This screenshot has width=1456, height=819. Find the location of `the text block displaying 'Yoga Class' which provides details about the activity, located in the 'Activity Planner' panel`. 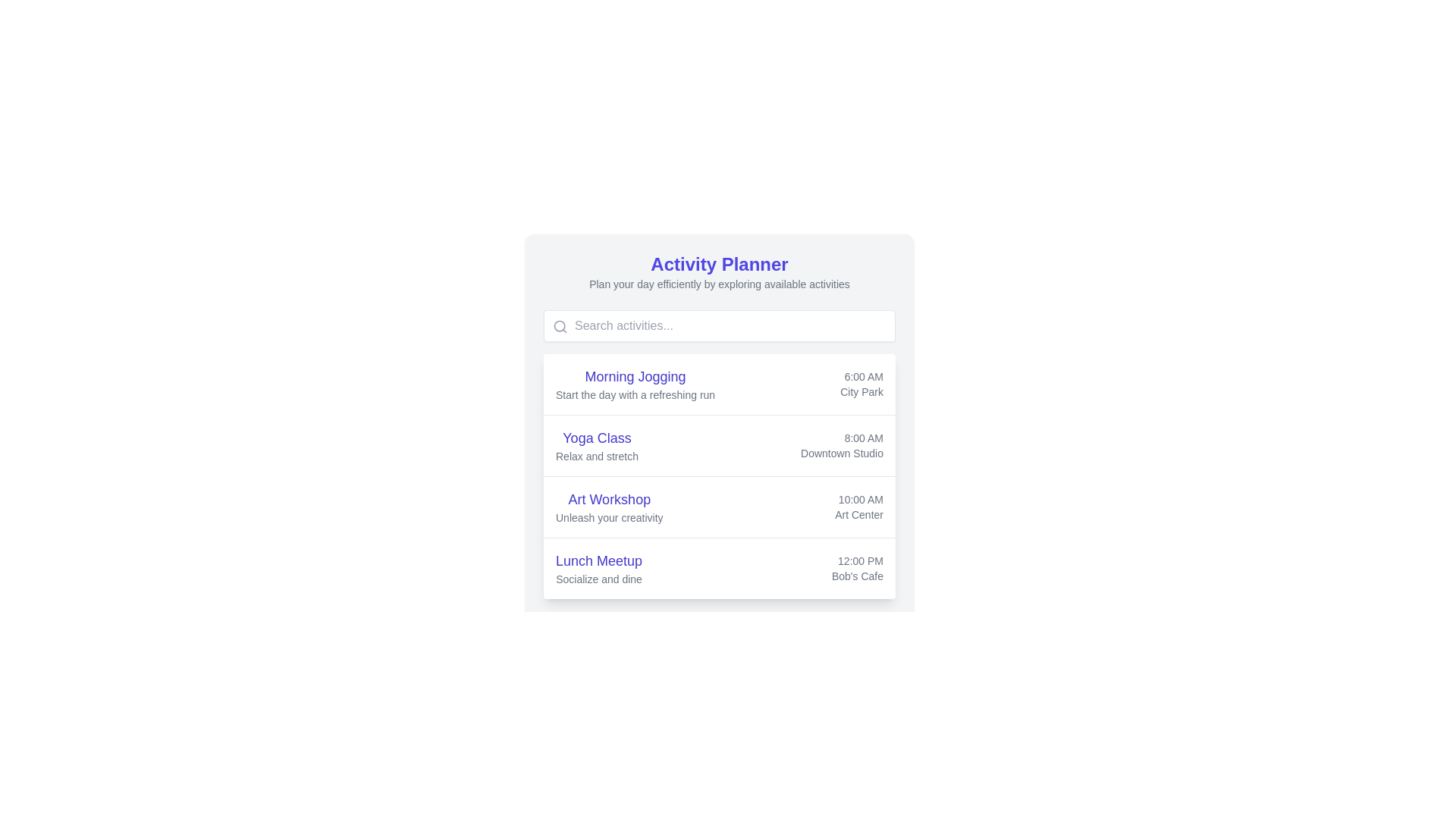

the text block displaying 'Yoga Class' which provides details about the activity, located in the 'Activity Planner' panel is located at coordinates (596, 444).